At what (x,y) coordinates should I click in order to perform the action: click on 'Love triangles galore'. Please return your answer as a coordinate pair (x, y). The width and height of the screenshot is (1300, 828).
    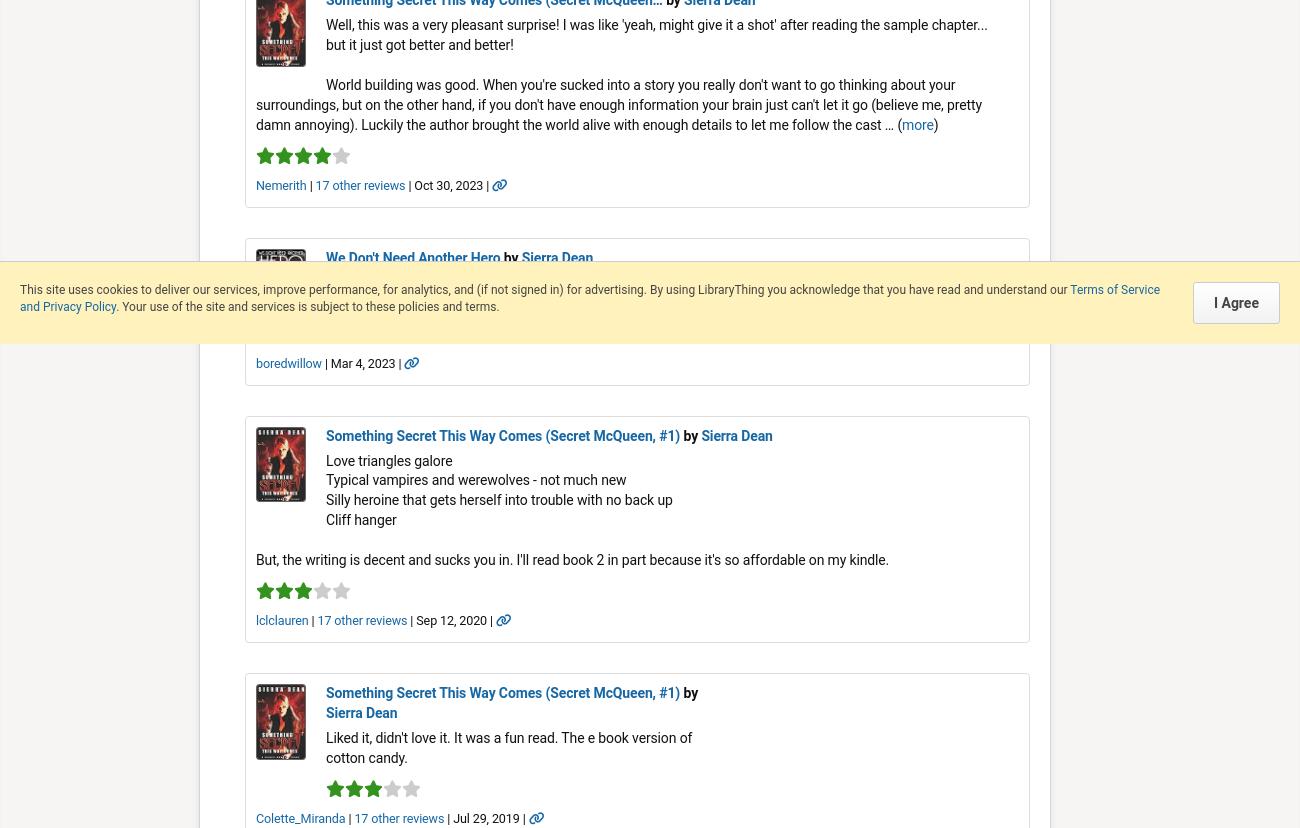
    Looking at the image, I should click on (325, 459).